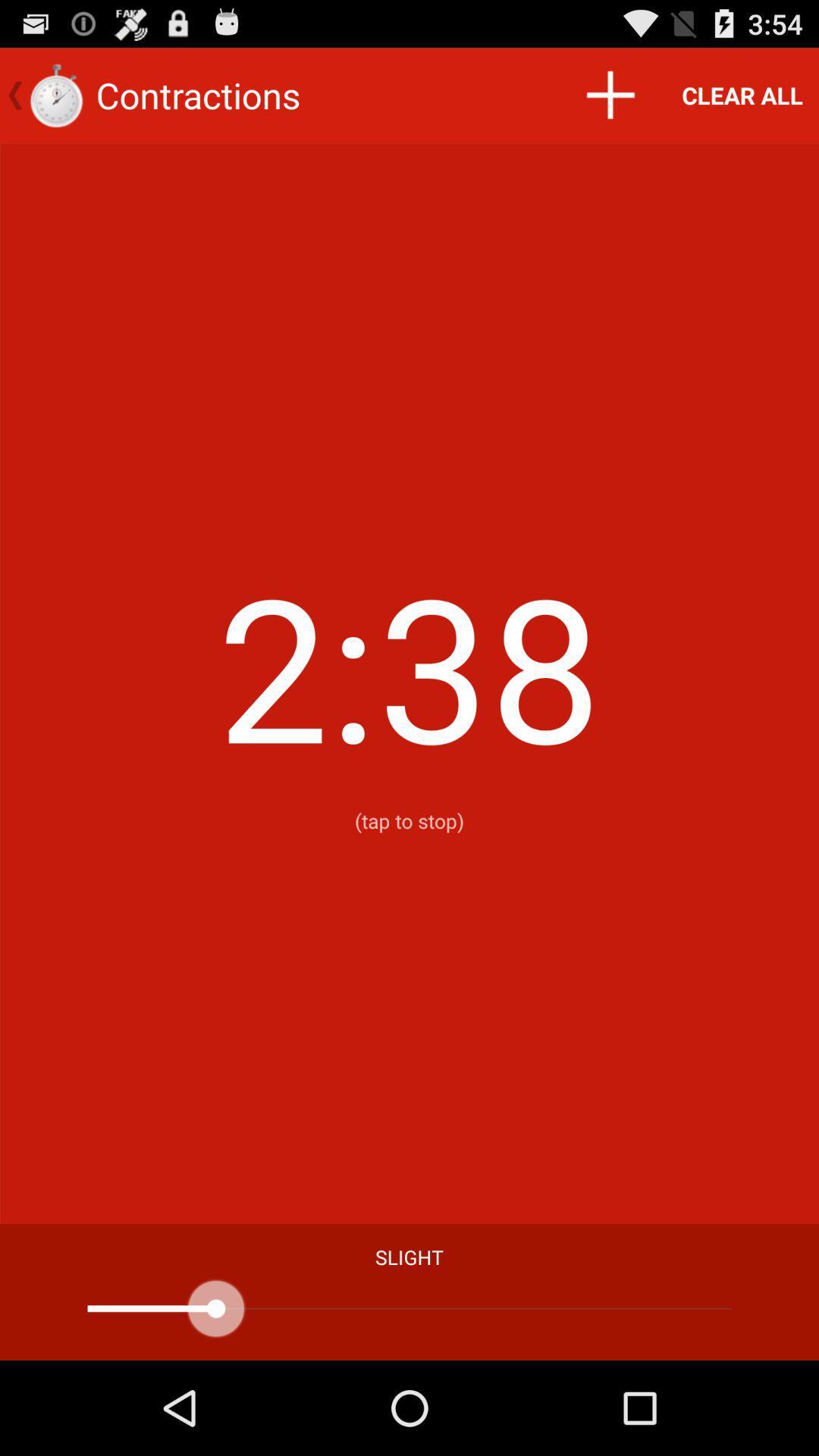  Describe the element at coordinates (609, 94) in the screenshot. I see `icon to the right of contractions item` at that location.